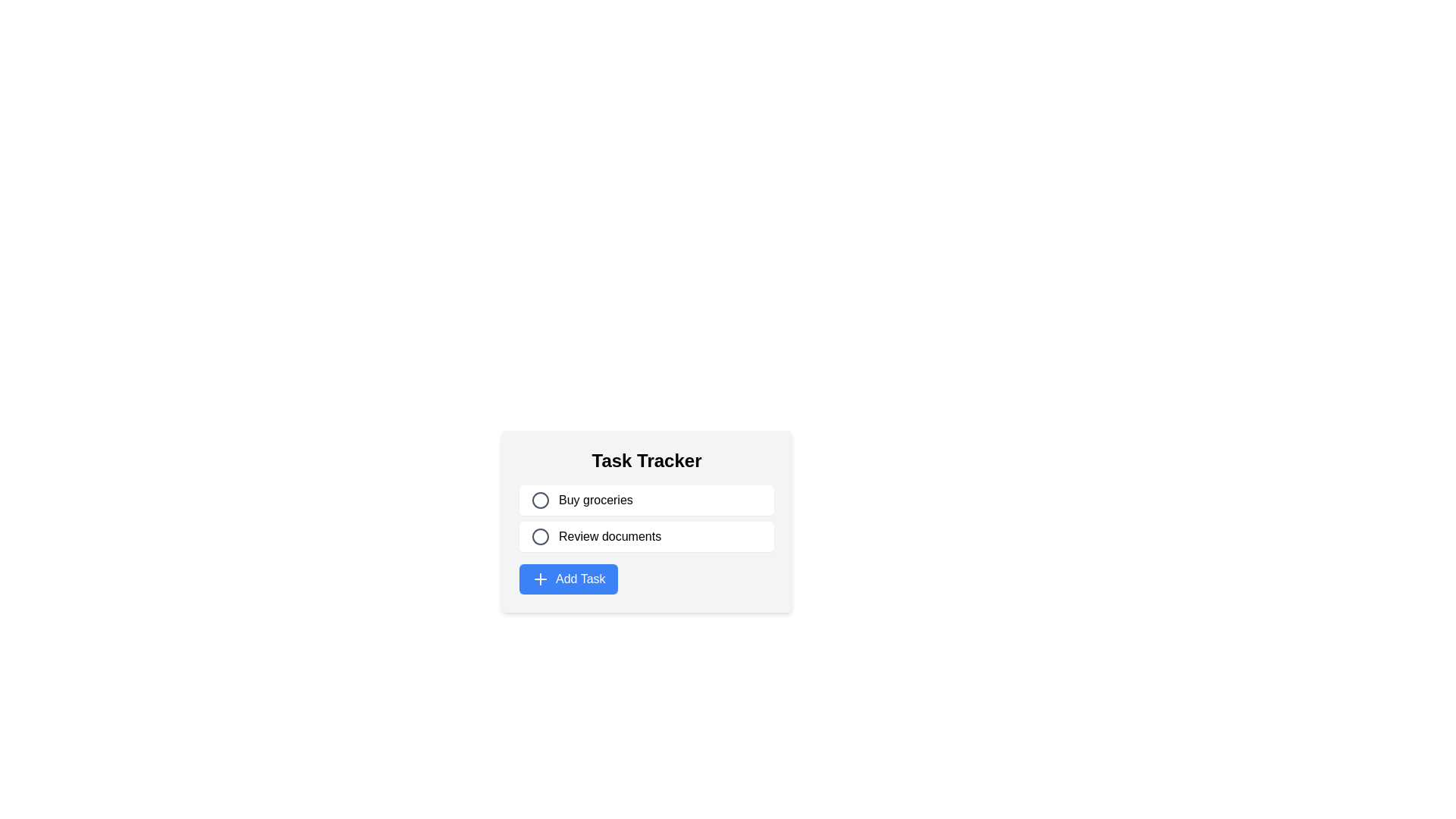 The width and height of the screenshot is (1456, 819). I want to click on the second item in the Task Tracker list, which is labeled 'Review documents', so click(647, 517).